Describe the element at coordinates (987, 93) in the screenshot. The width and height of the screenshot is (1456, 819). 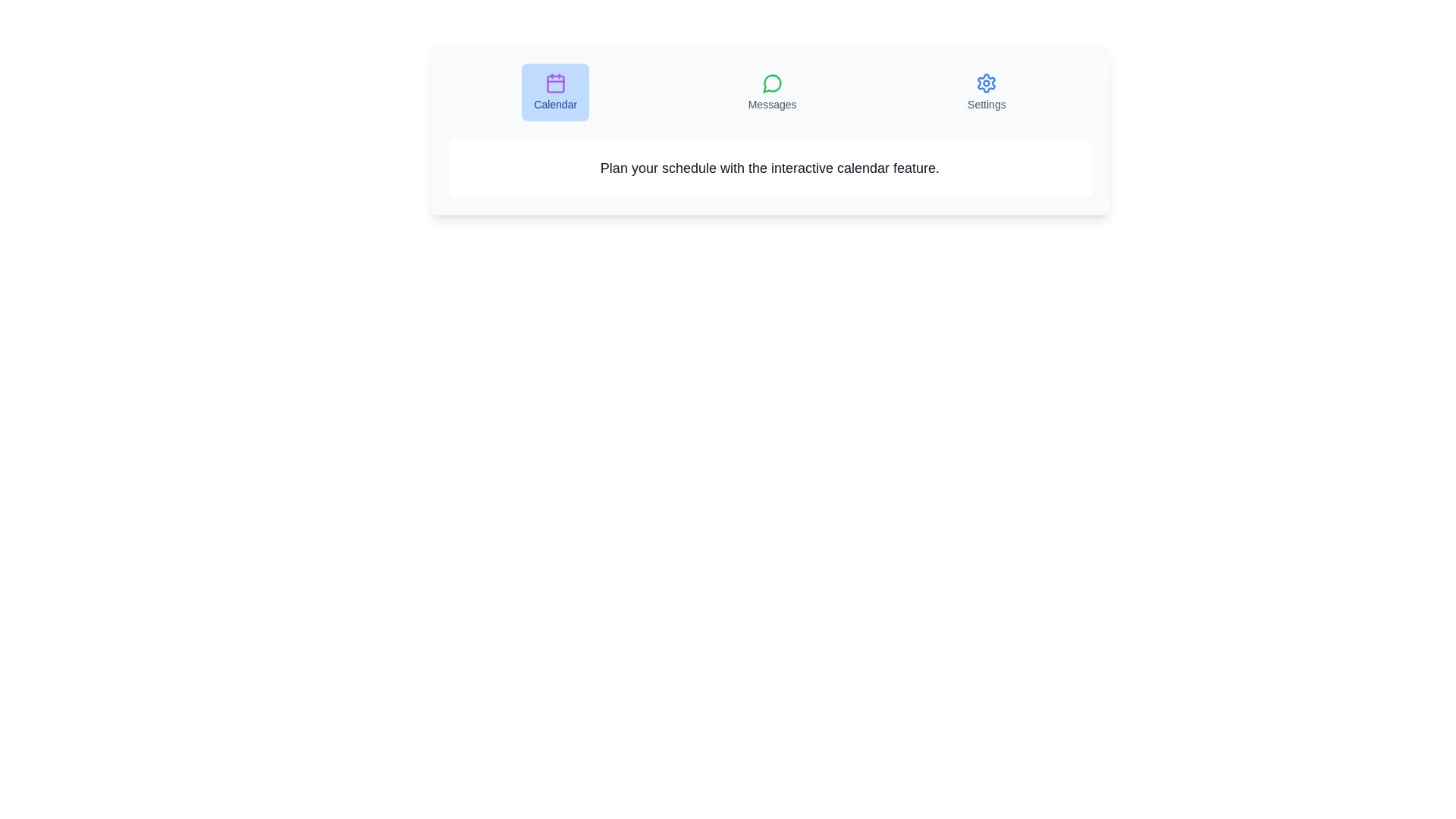
I see `the Settings tab to view its content` at that location.